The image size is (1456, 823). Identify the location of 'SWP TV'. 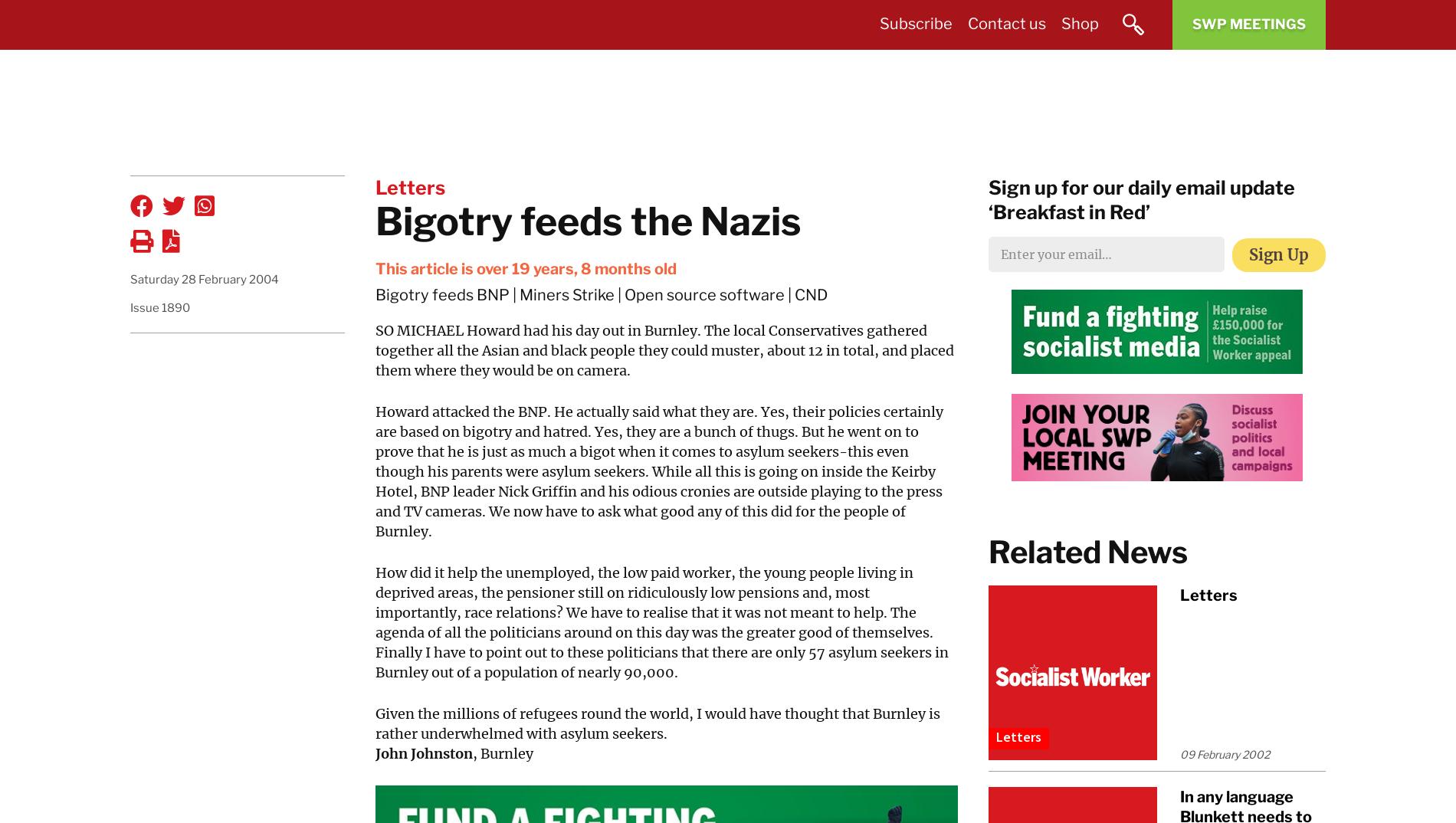
(1112, 59).